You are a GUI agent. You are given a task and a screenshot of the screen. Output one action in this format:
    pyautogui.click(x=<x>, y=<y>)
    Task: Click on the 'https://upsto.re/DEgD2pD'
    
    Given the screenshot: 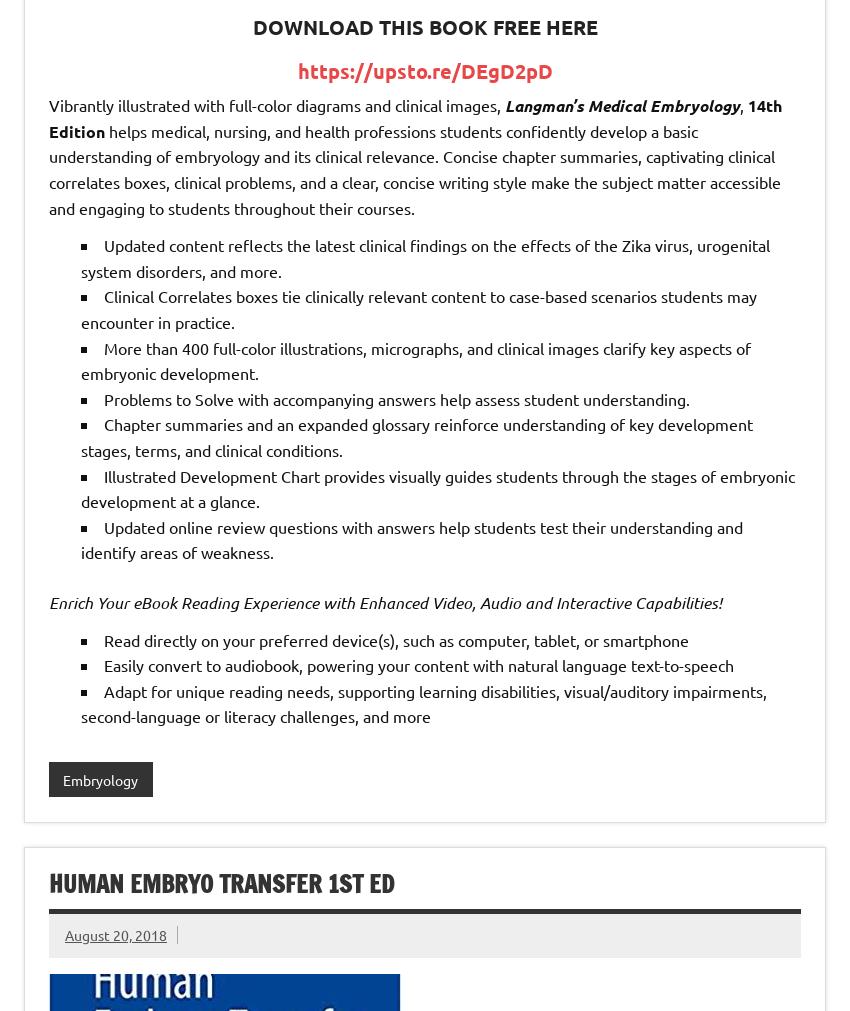 What is the action you would take?
    pyautogui.click(x=424, y=69)
    